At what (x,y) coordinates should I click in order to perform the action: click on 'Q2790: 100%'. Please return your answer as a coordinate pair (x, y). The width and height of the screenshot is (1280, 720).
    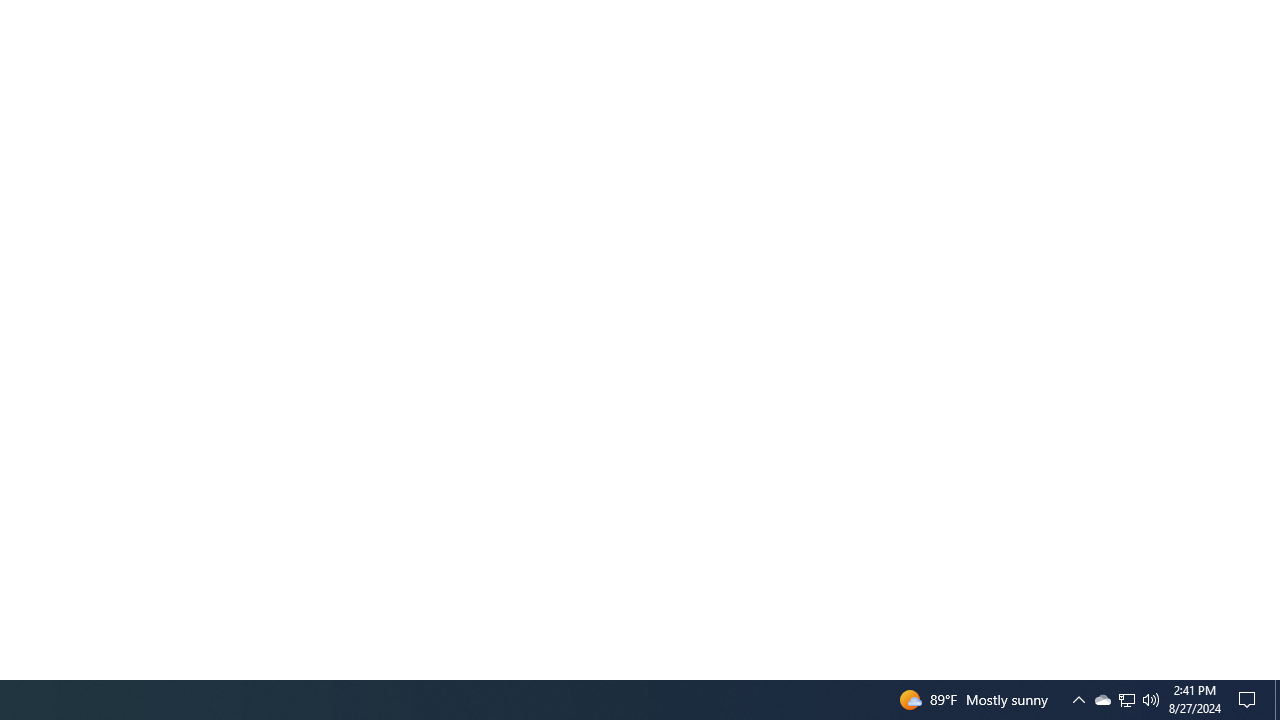
    Looking at the image, I should click on (1127, 698).